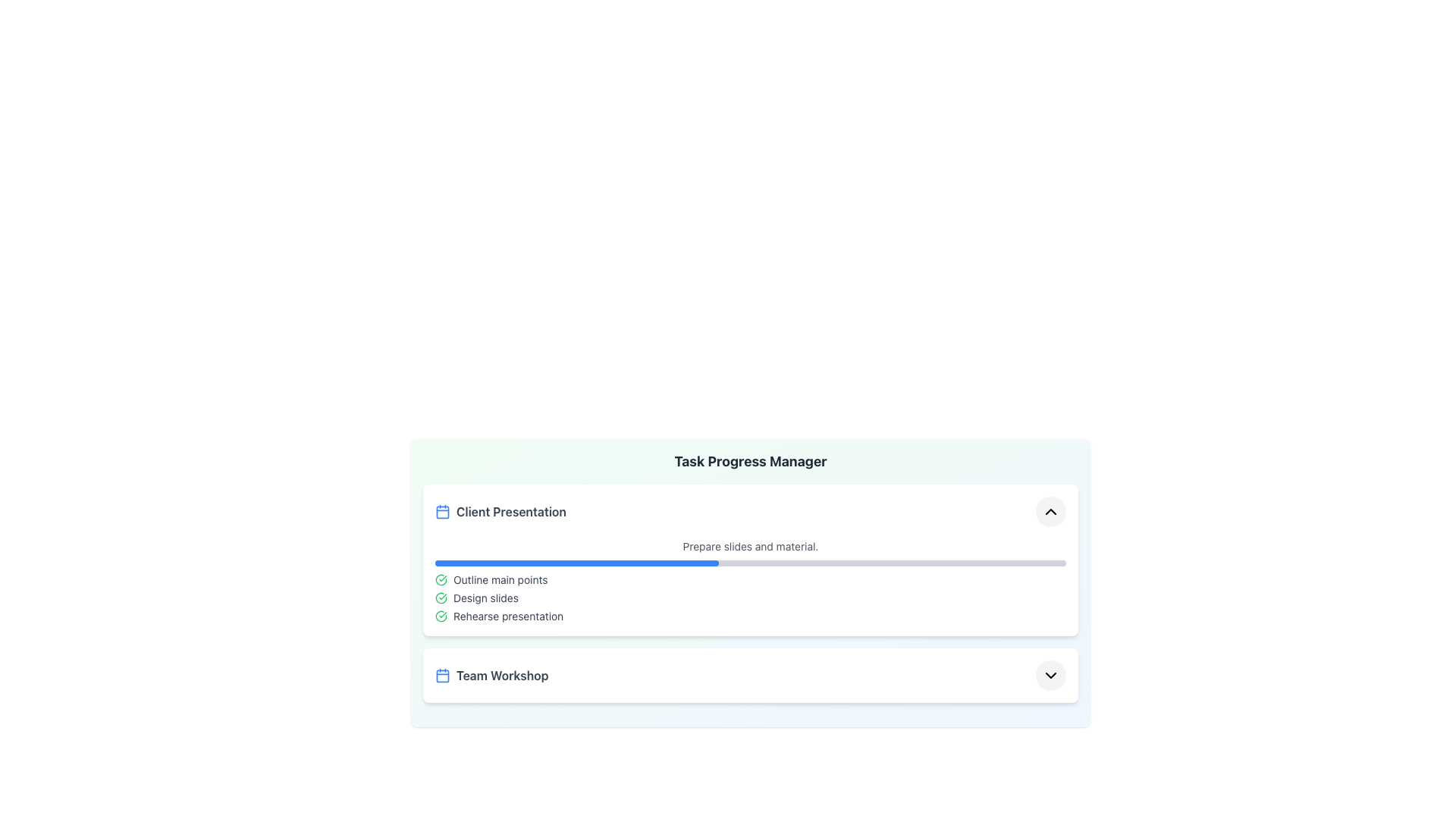 The image size is (1456, 819). What do you see at coordinates (750, 598) in the screenshot?
I see `the checklist element containing the tasks 'Outline main points,' 'Design slides,' and 'Rehearse presentation,' located` at bounding box center [750, 598].